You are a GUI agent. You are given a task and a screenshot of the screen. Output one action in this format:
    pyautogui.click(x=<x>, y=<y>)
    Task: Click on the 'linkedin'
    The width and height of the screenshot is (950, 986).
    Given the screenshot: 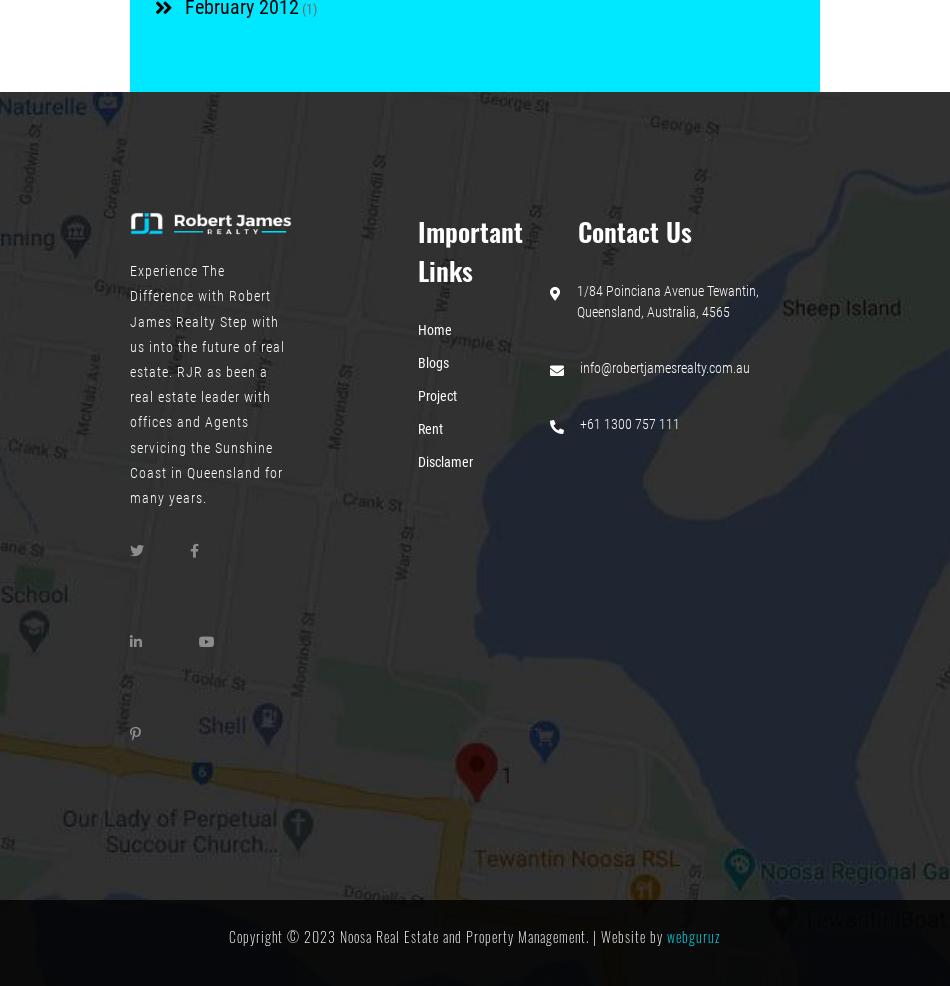 What is the action you would take?
    pyautogui.click(x=155, y=663)
    